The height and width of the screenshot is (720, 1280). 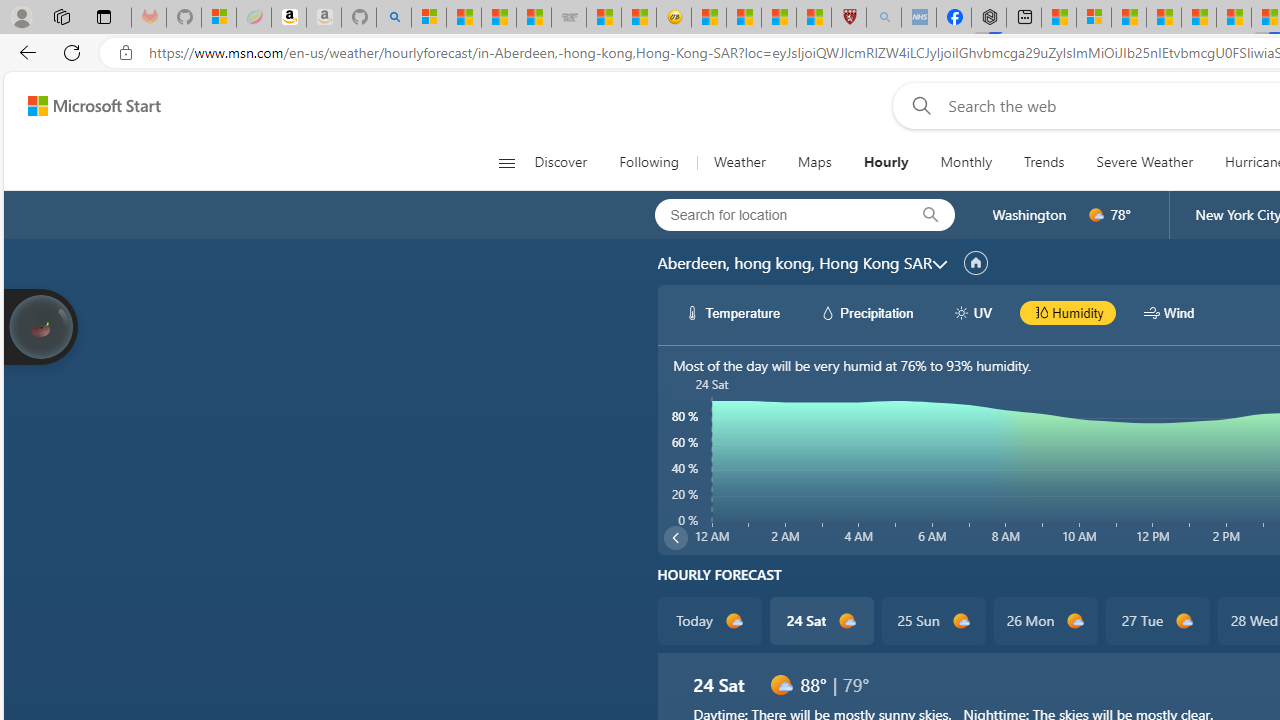 What do you see at coordinates (40, 326) in the screenshot?
I see `'Join us in planting real trees to help our planet!'` at bounding box center [40, 326].